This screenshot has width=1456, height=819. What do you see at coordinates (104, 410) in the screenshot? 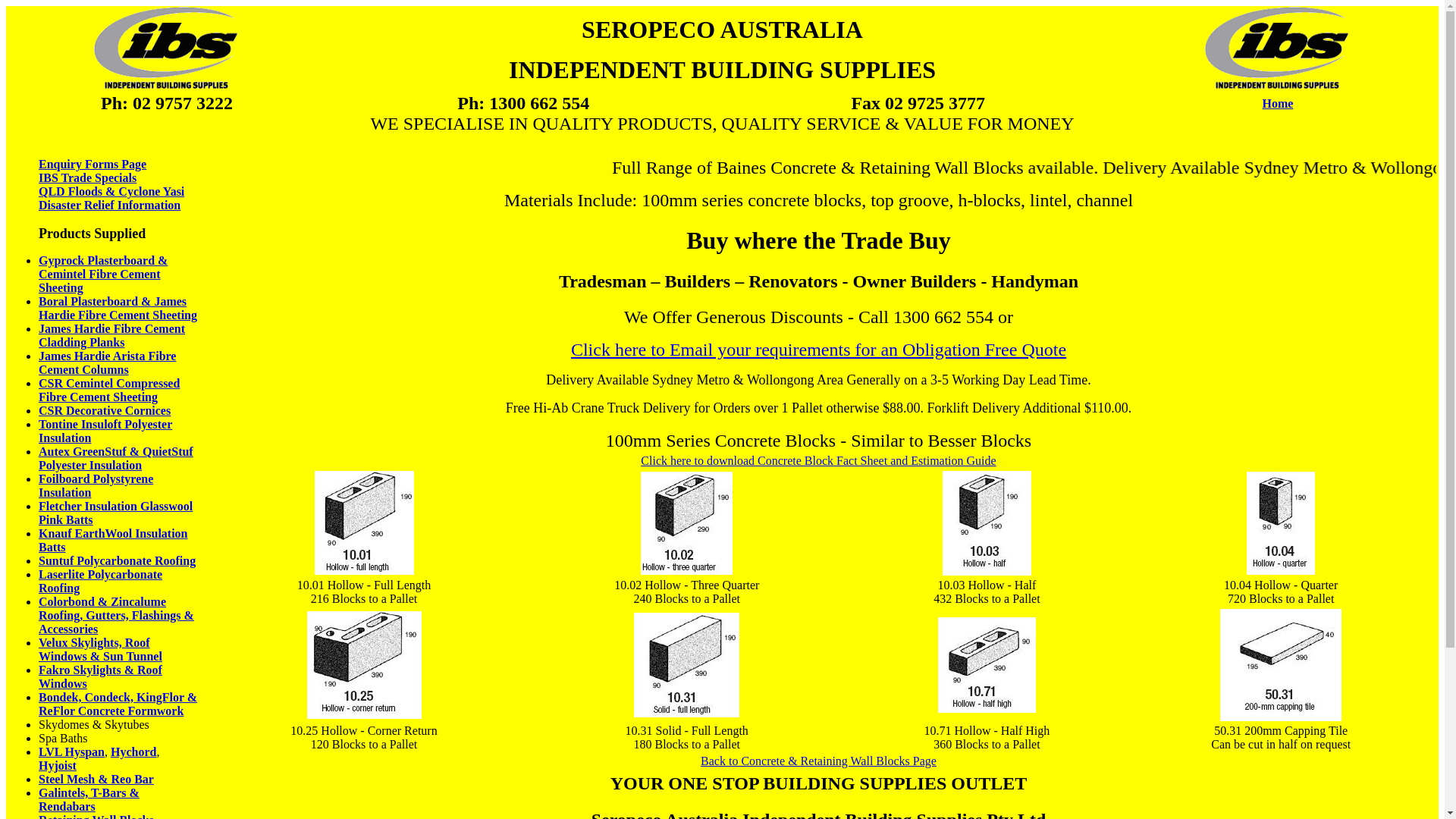
I see `'CSR Decorative Cornices'` at bounding box center [104, 410].